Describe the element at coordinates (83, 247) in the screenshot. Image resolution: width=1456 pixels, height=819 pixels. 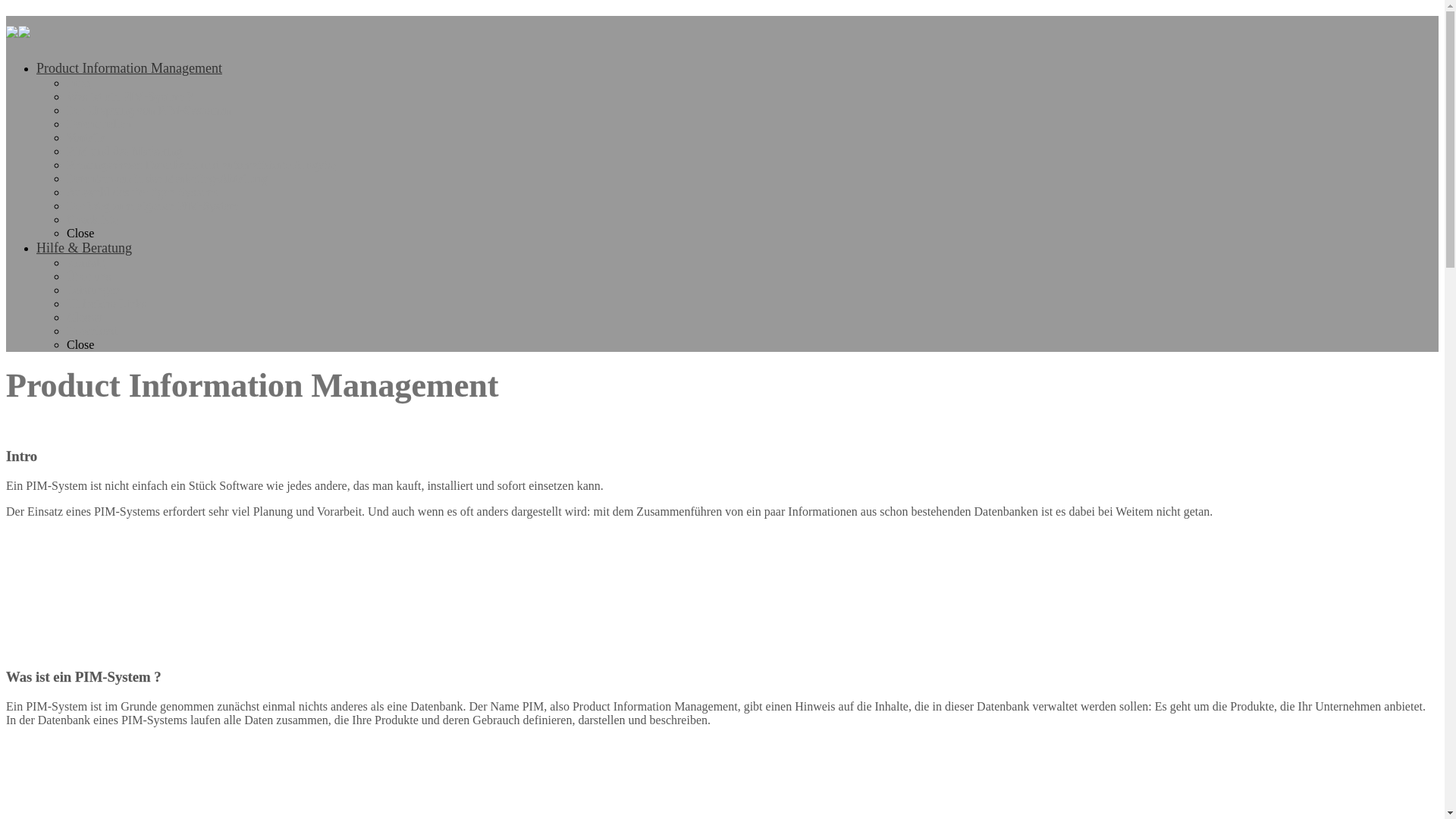
I see `'Hilfe & Beratung'` at that location.